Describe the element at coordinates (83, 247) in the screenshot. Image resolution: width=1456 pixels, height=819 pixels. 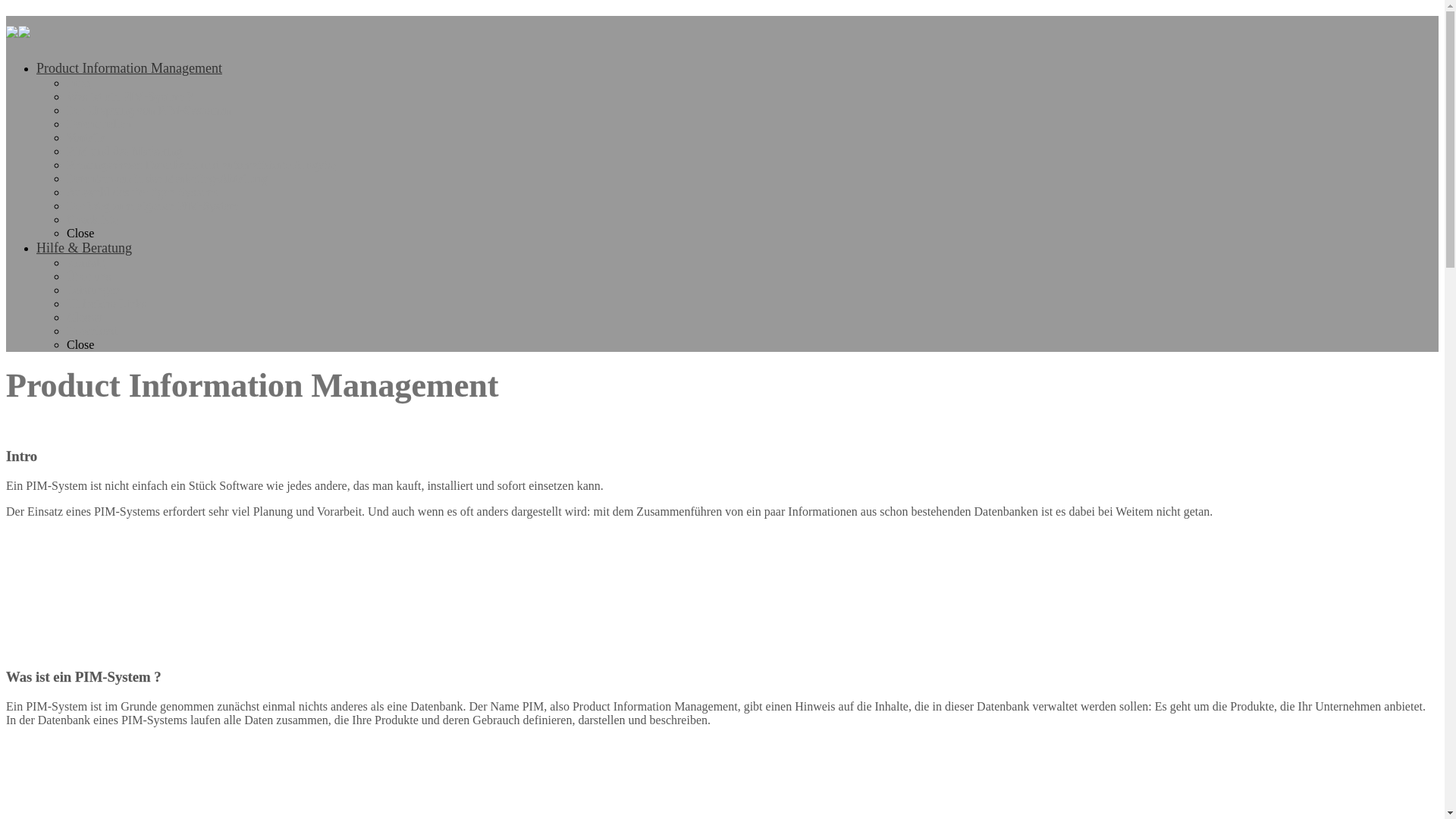
I see `'Hilfe & Beratung'` at that location.